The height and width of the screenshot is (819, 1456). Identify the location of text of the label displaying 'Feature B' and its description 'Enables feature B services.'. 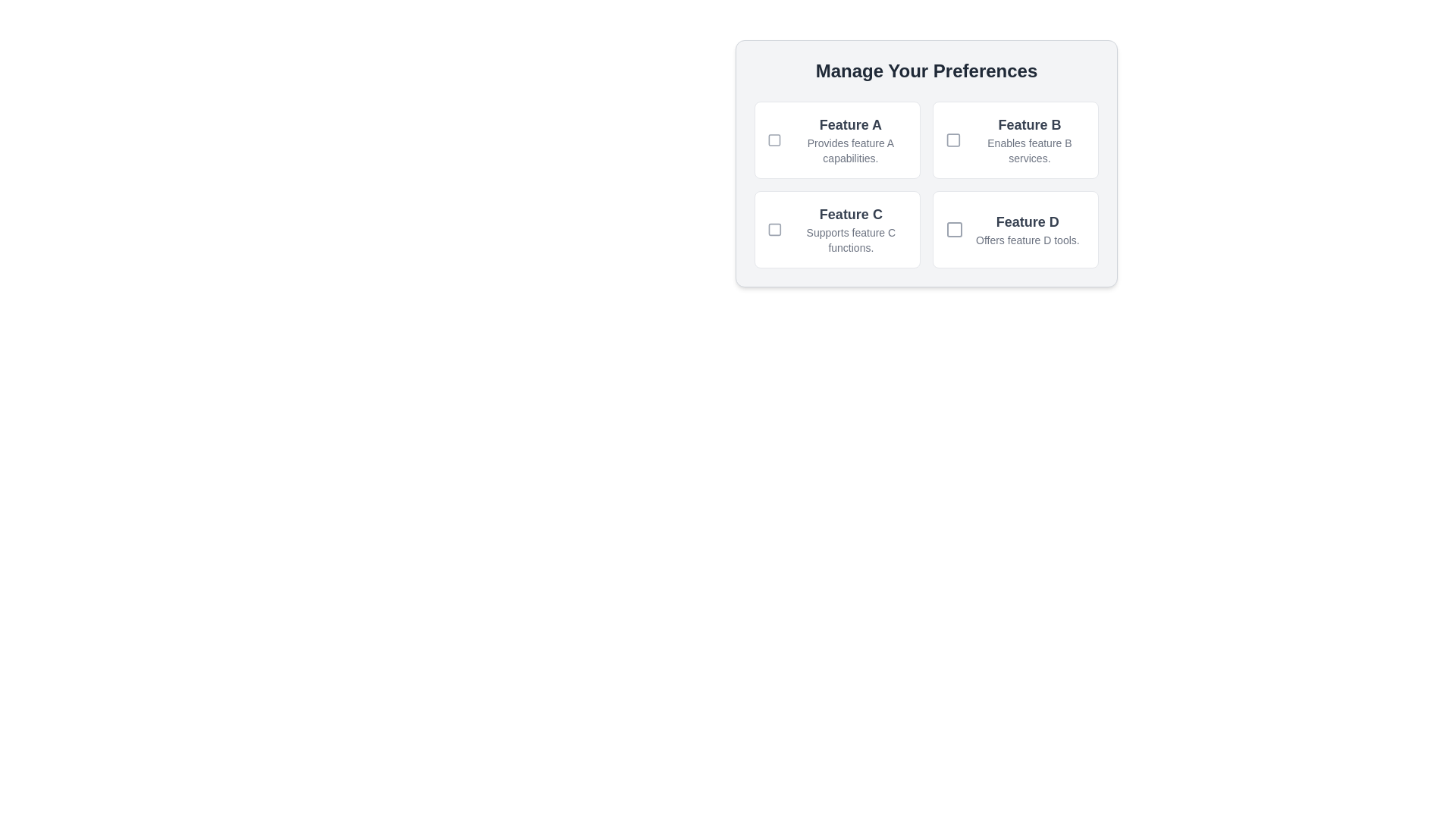
(1030, 140).